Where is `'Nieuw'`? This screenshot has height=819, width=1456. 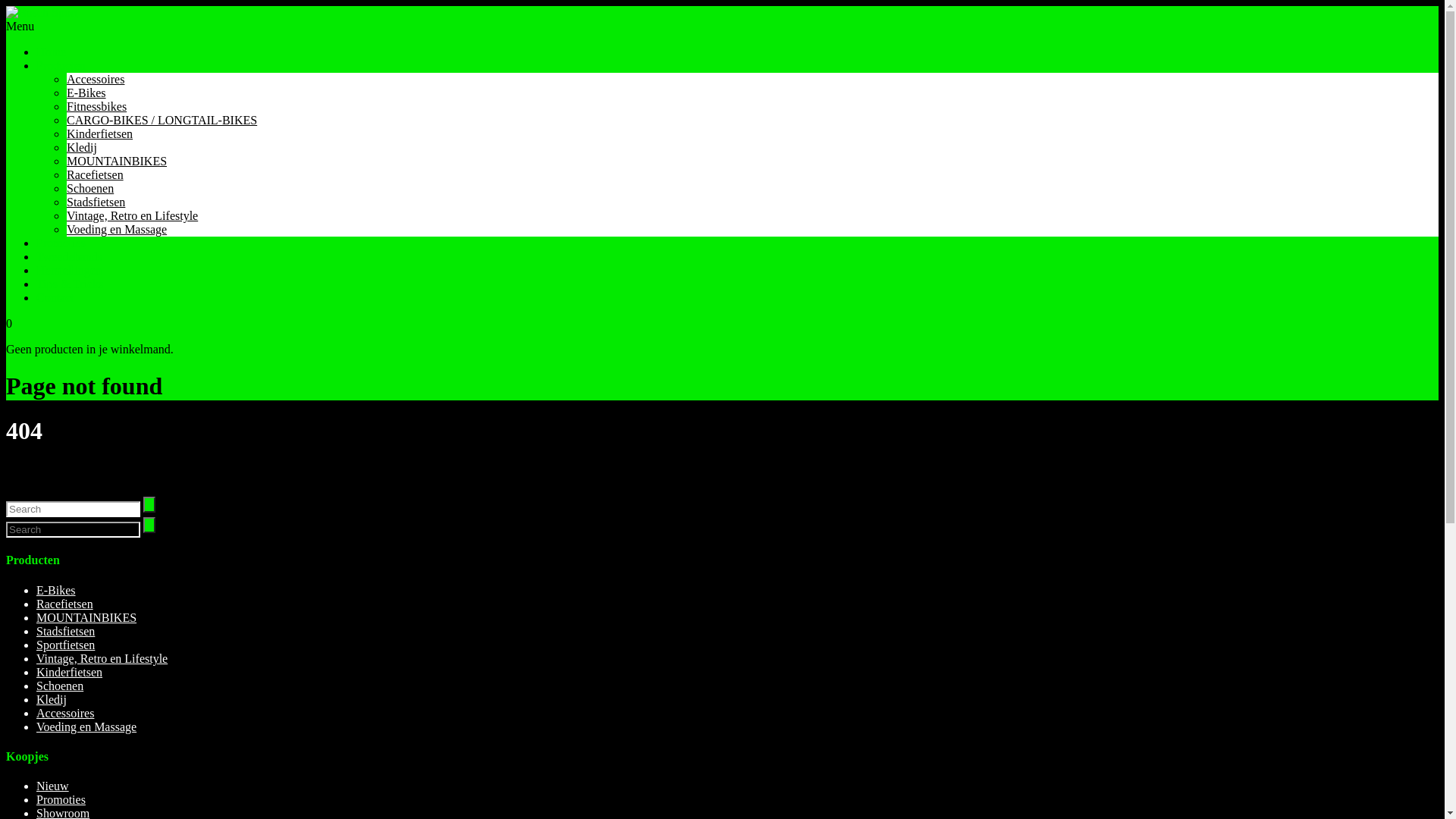
'Nieuw' is located at coordinates (52, 785).